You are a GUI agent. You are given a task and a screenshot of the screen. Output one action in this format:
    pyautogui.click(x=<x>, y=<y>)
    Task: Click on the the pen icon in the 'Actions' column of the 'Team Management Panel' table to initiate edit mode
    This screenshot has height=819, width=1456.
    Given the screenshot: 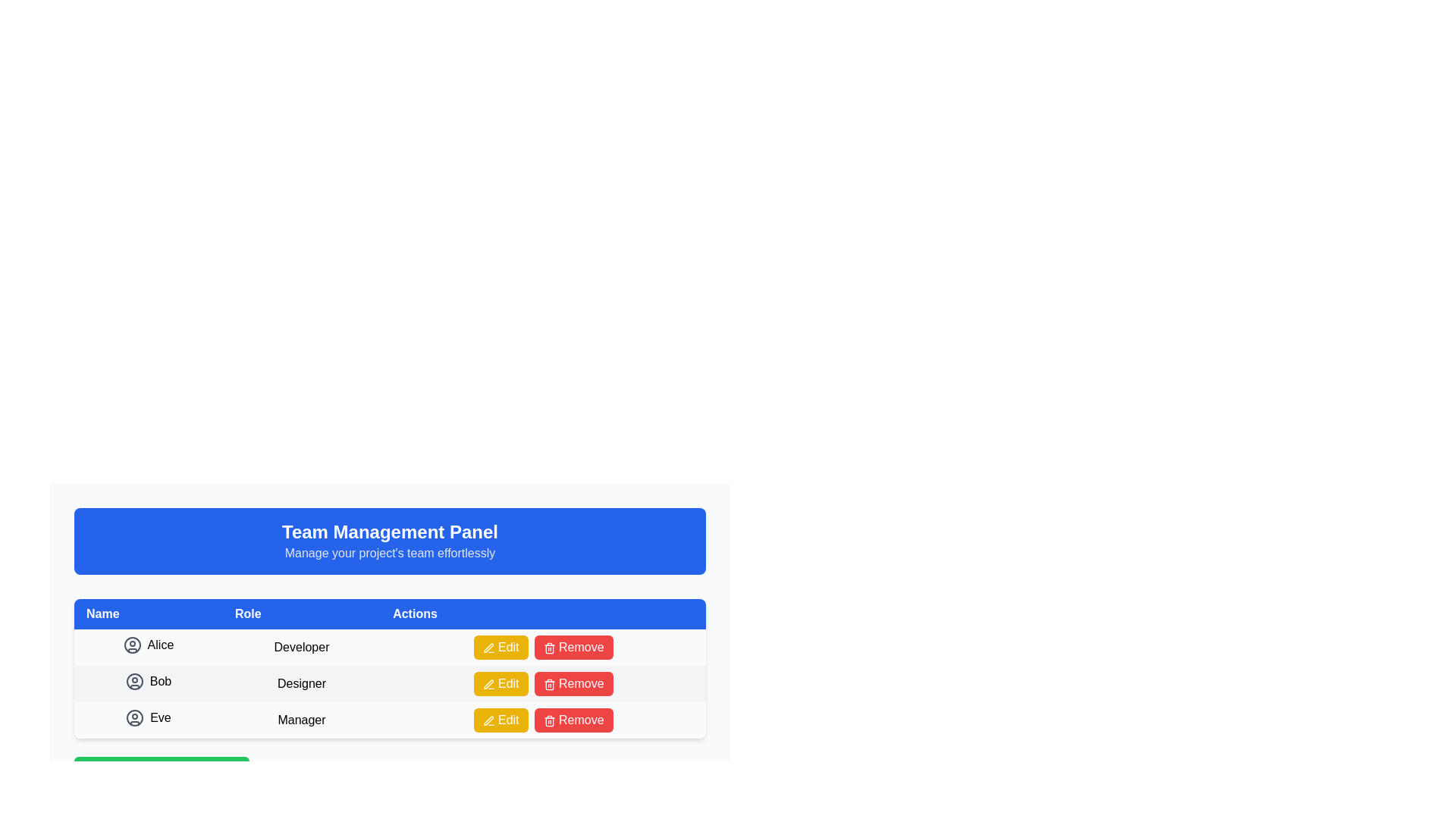 What is the action you would take?
    pyautogui.click(x=488, y=648)
    